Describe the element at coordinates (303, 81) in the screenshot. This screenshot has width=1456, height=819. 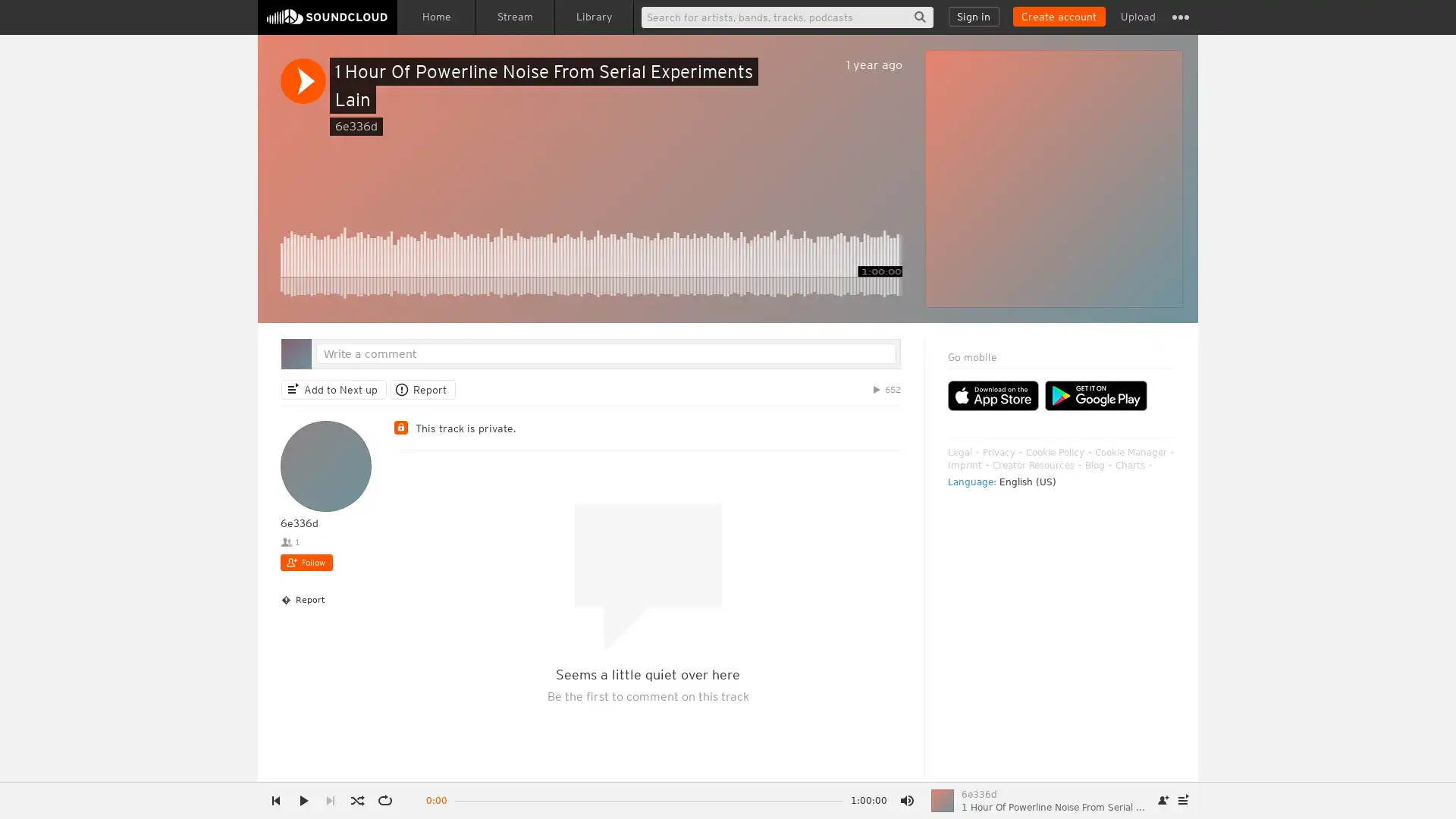
I see `Play` at that location.